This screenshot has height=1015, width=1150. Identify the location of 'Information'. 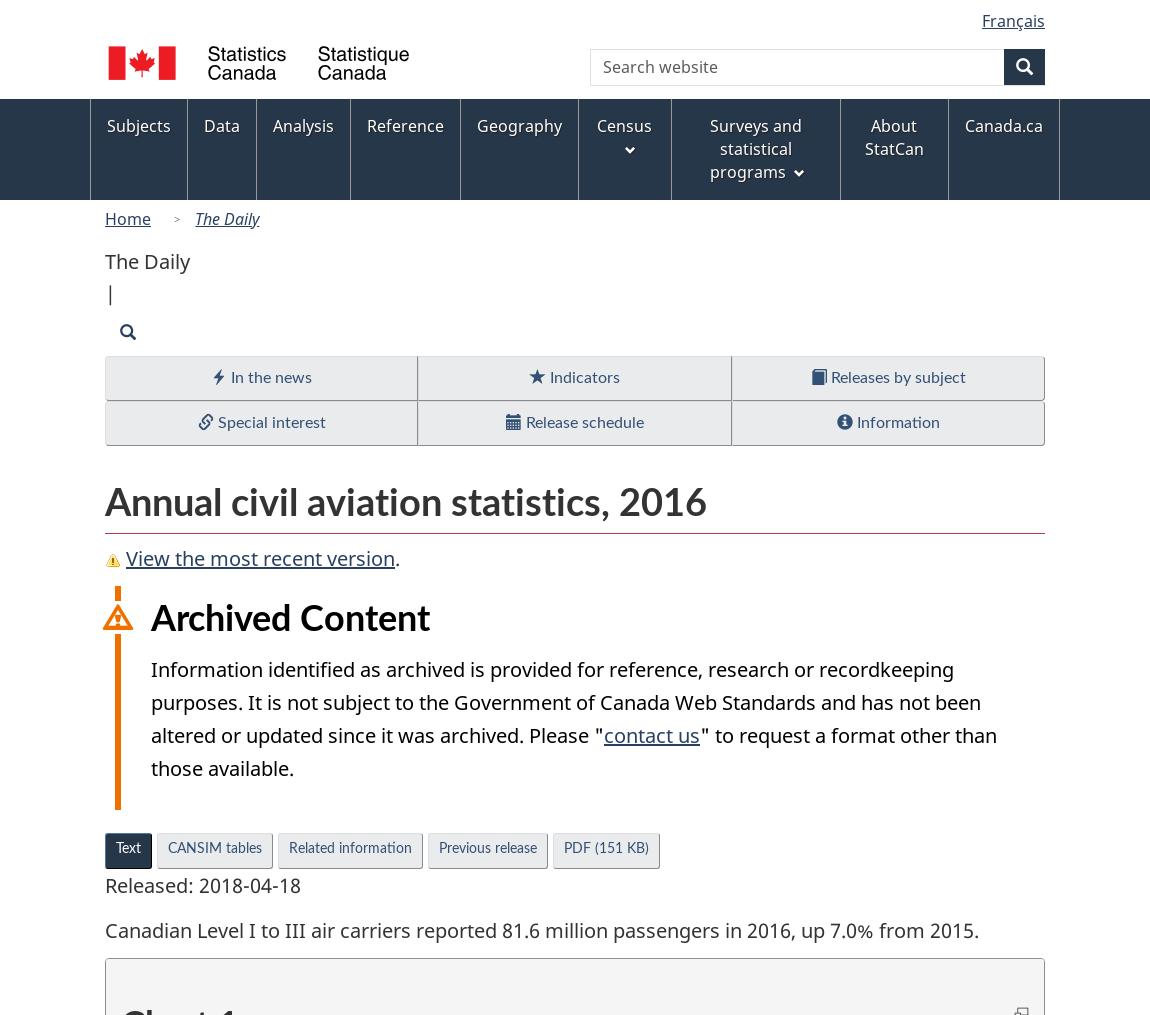
(895, 422).